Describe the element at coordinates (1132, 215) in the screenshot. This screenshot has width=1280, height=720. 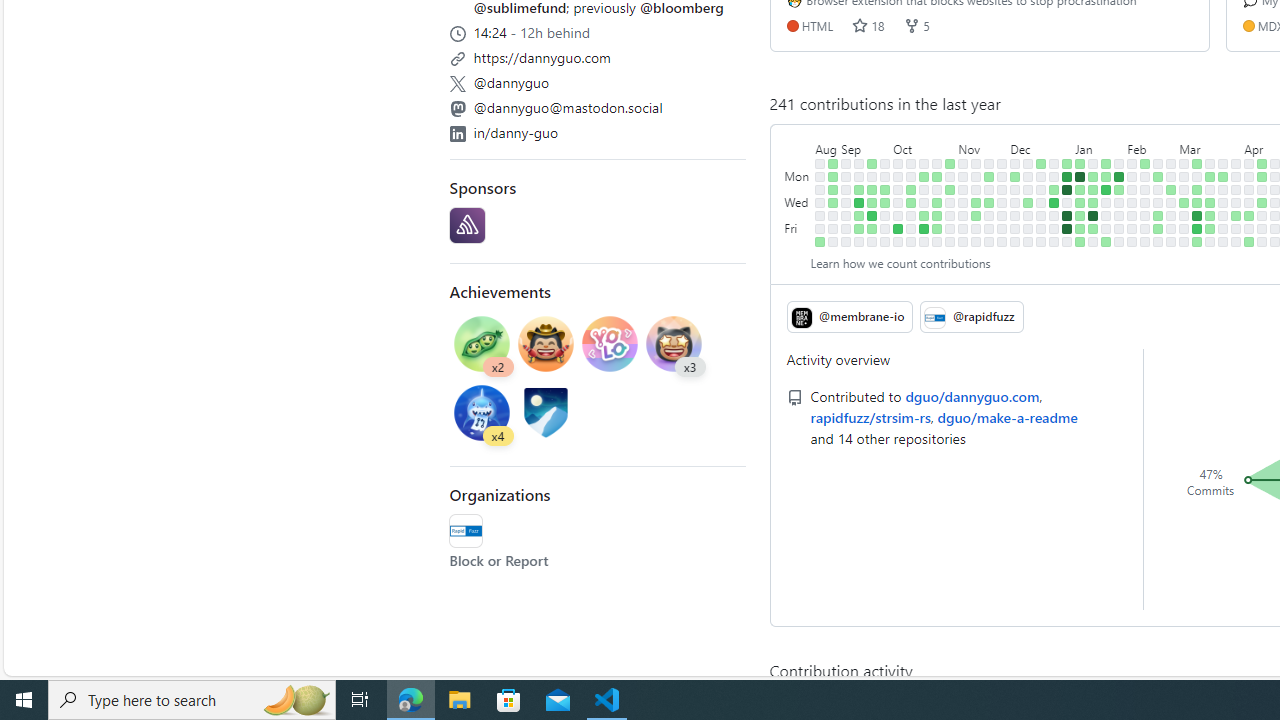
I see `'No contributions on February 8th.'` at that location.